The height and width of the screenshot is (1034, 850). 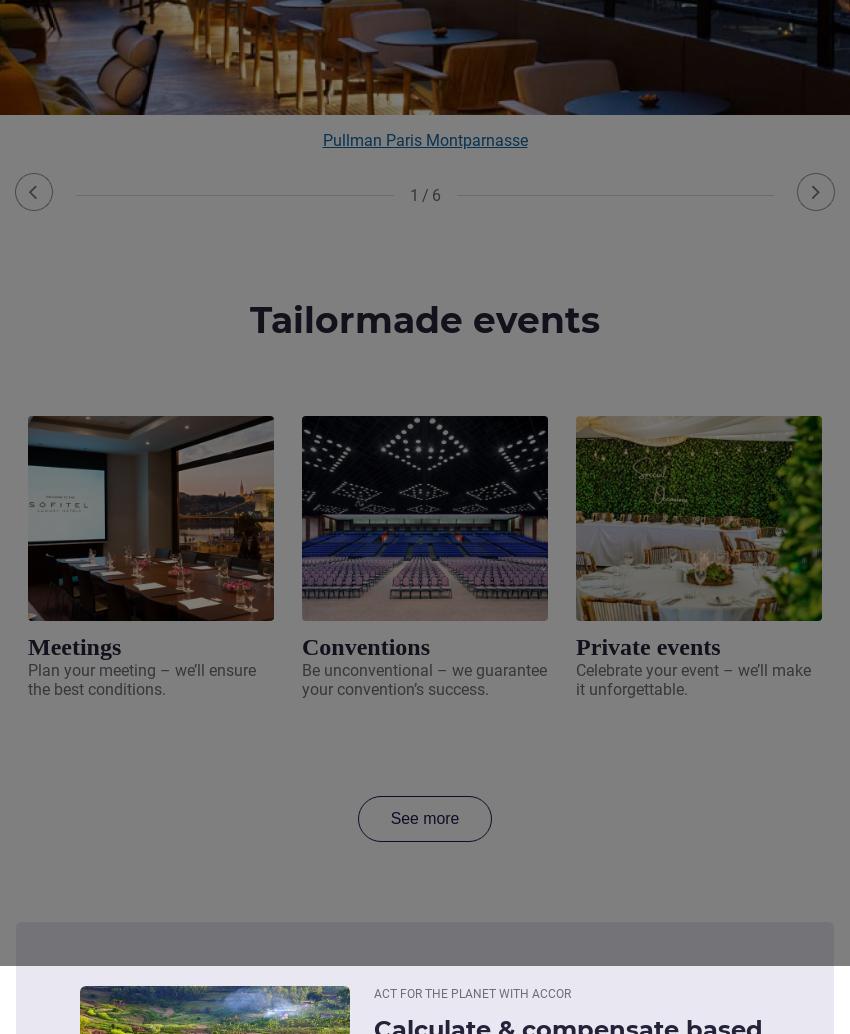 I want to click on 'Meetings', so click(x=74, y=646).